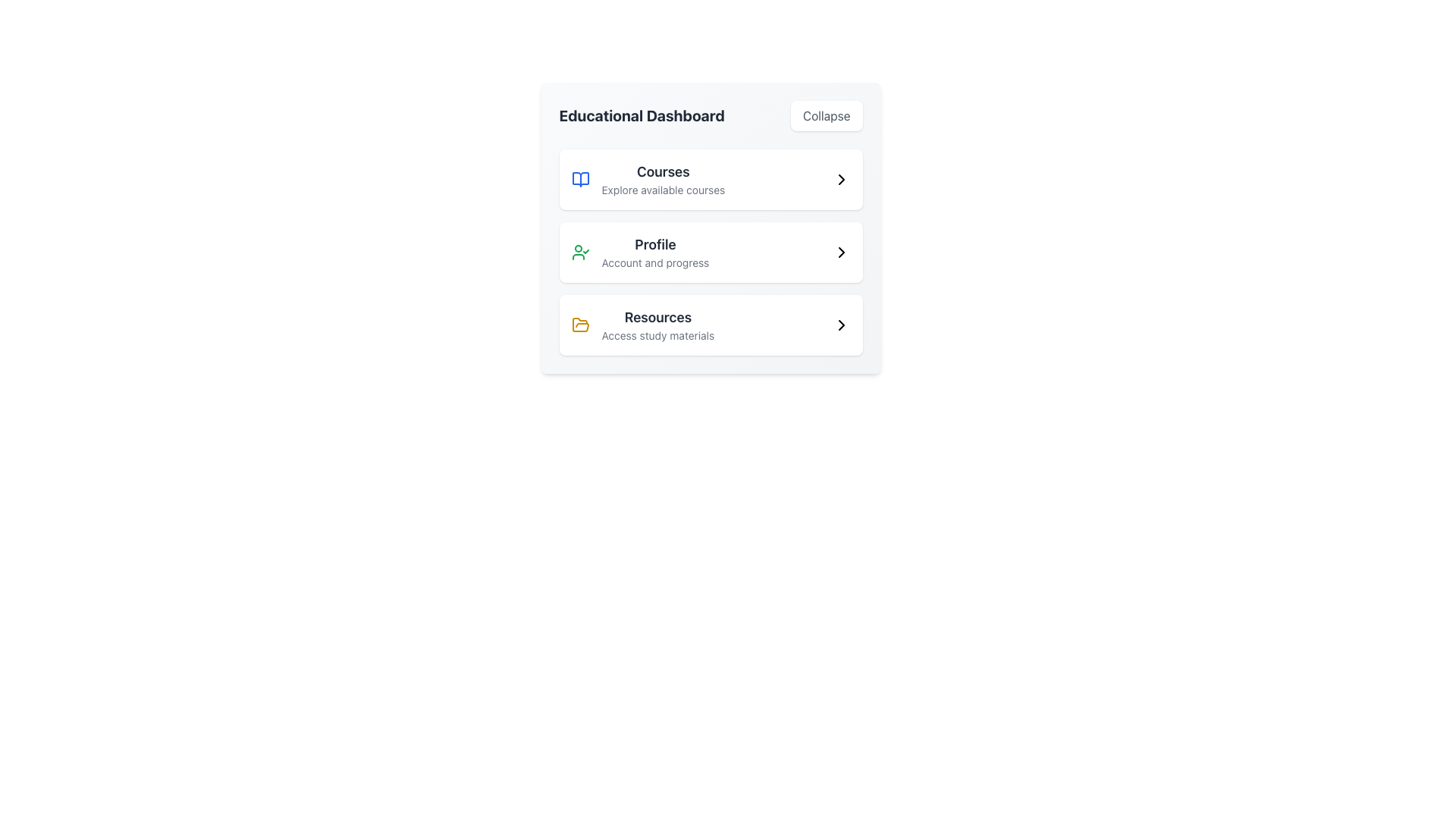 The width and height of the screenshot is (1456, 819). What do you see at coordinates (840, 251) in the screenshot?
I see `the navigation icon located in the second item of the vertical list within the 'Profile' section` at bounding box center [840, 251].